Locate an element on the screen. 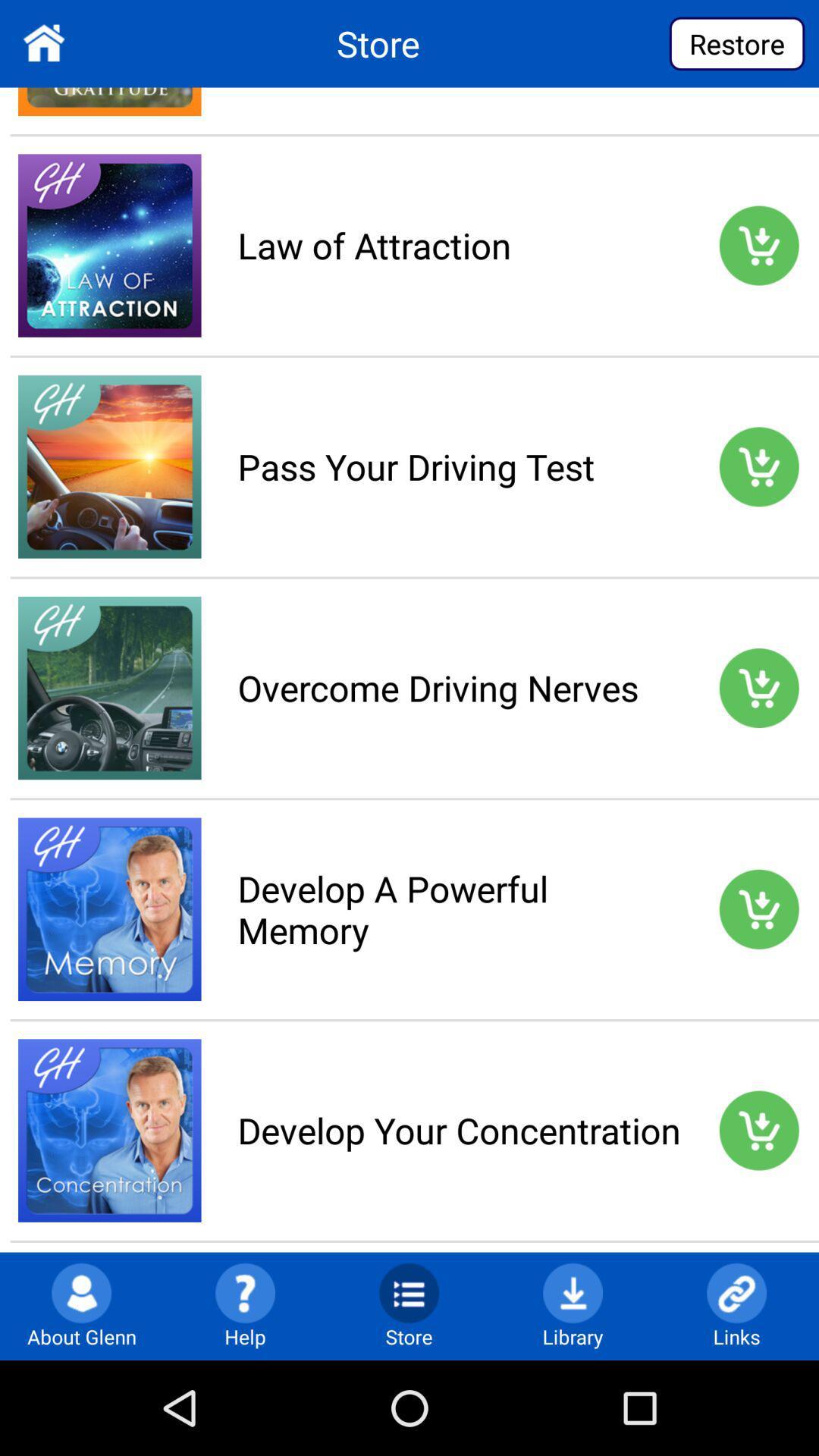 The image size is (819, 1456). library option beside links icon is located at coordinates (573, 1291).